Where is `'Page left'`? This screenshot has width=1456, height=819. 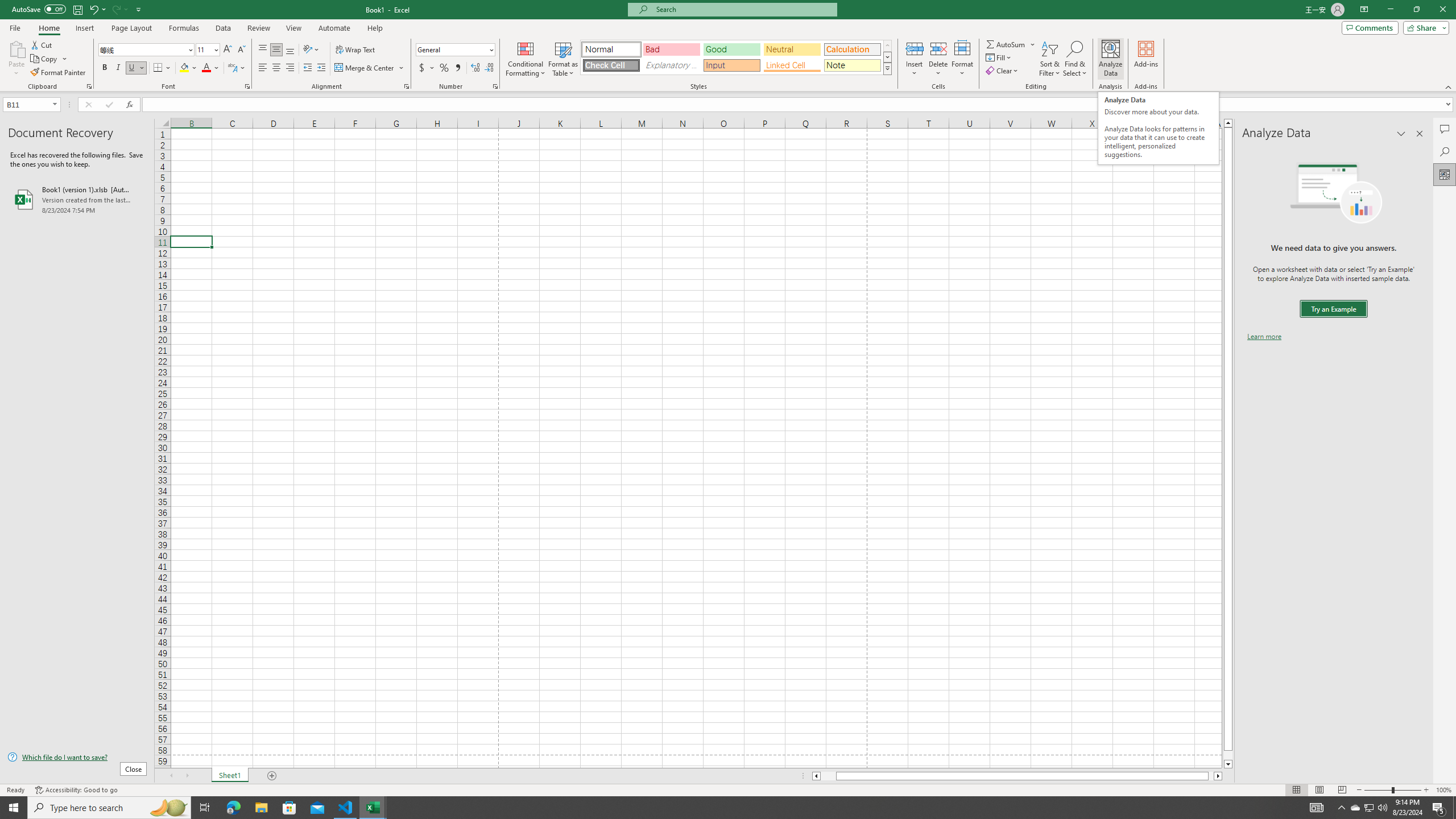
'Page left' is located at coordinates (828, 775).